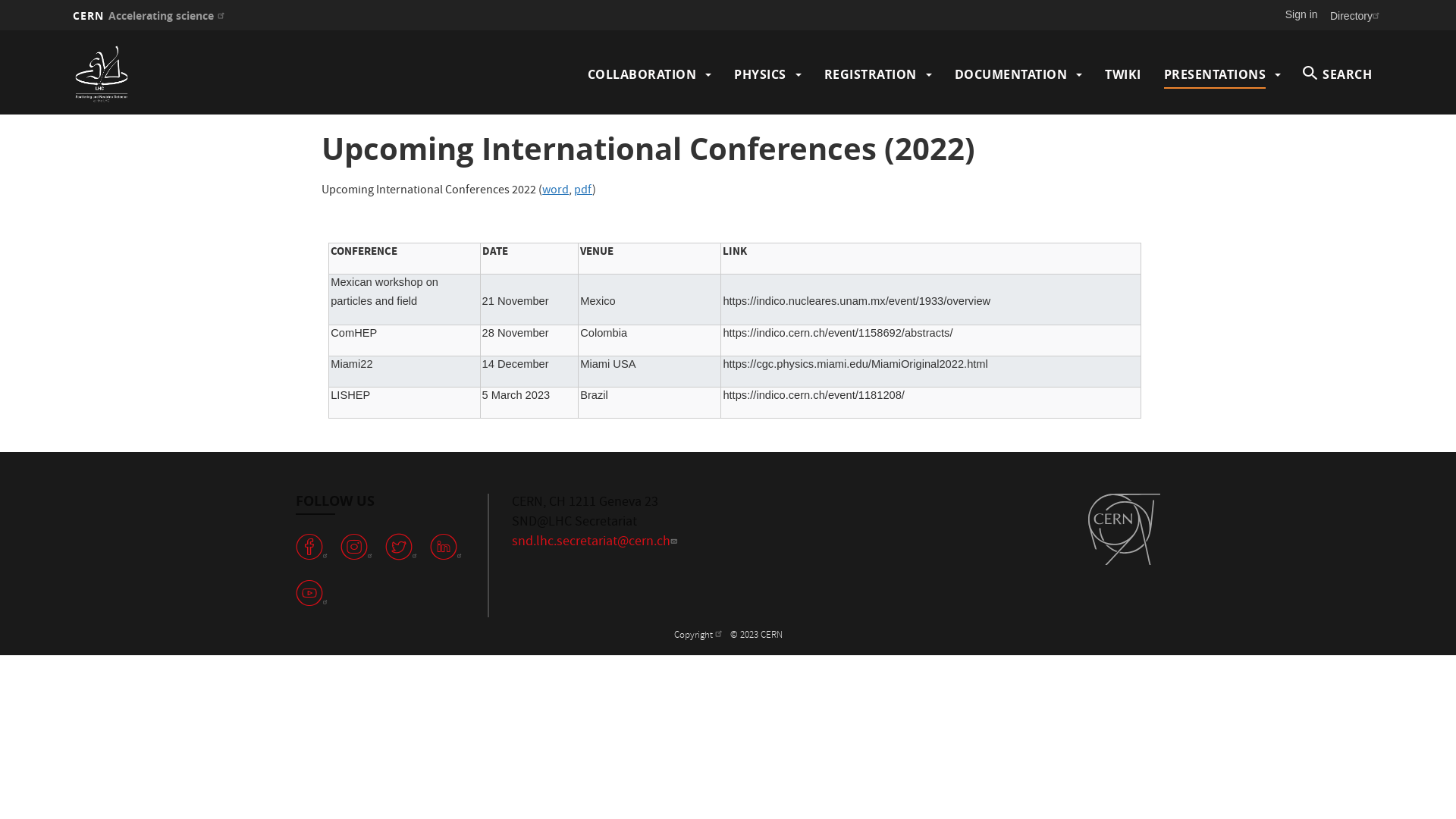 The image size is (1456, 819). What do you see at coordinates (734, 74) in the screenshot?
I see `'PHYSICS'` at bounding box center [734, 74].